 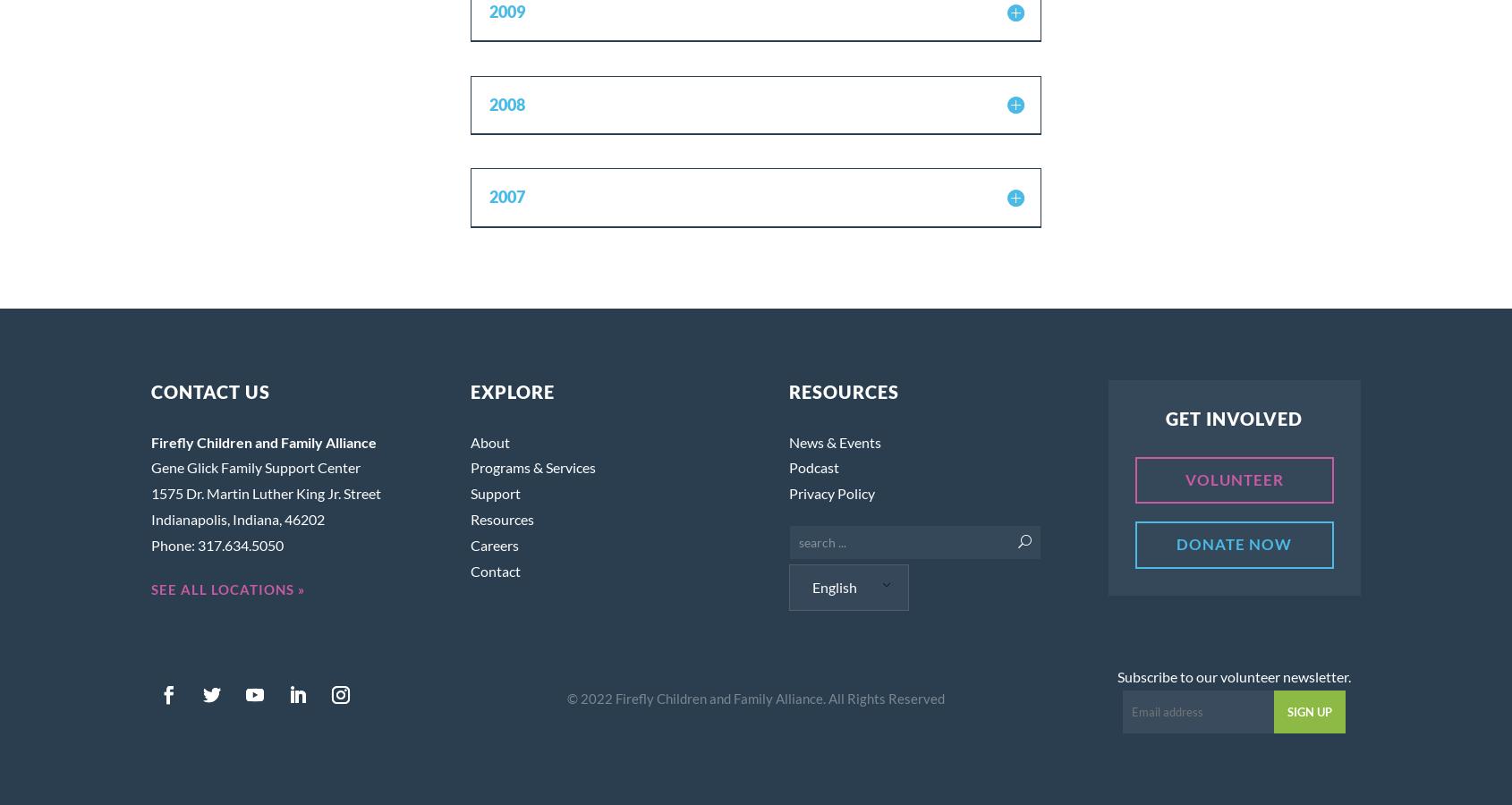 What do you see at coordinates (266, 492) in the screenshot?
I see `'1575 Dr. Martin Luther King Jr. Street'` at bounding box center [266, 492].